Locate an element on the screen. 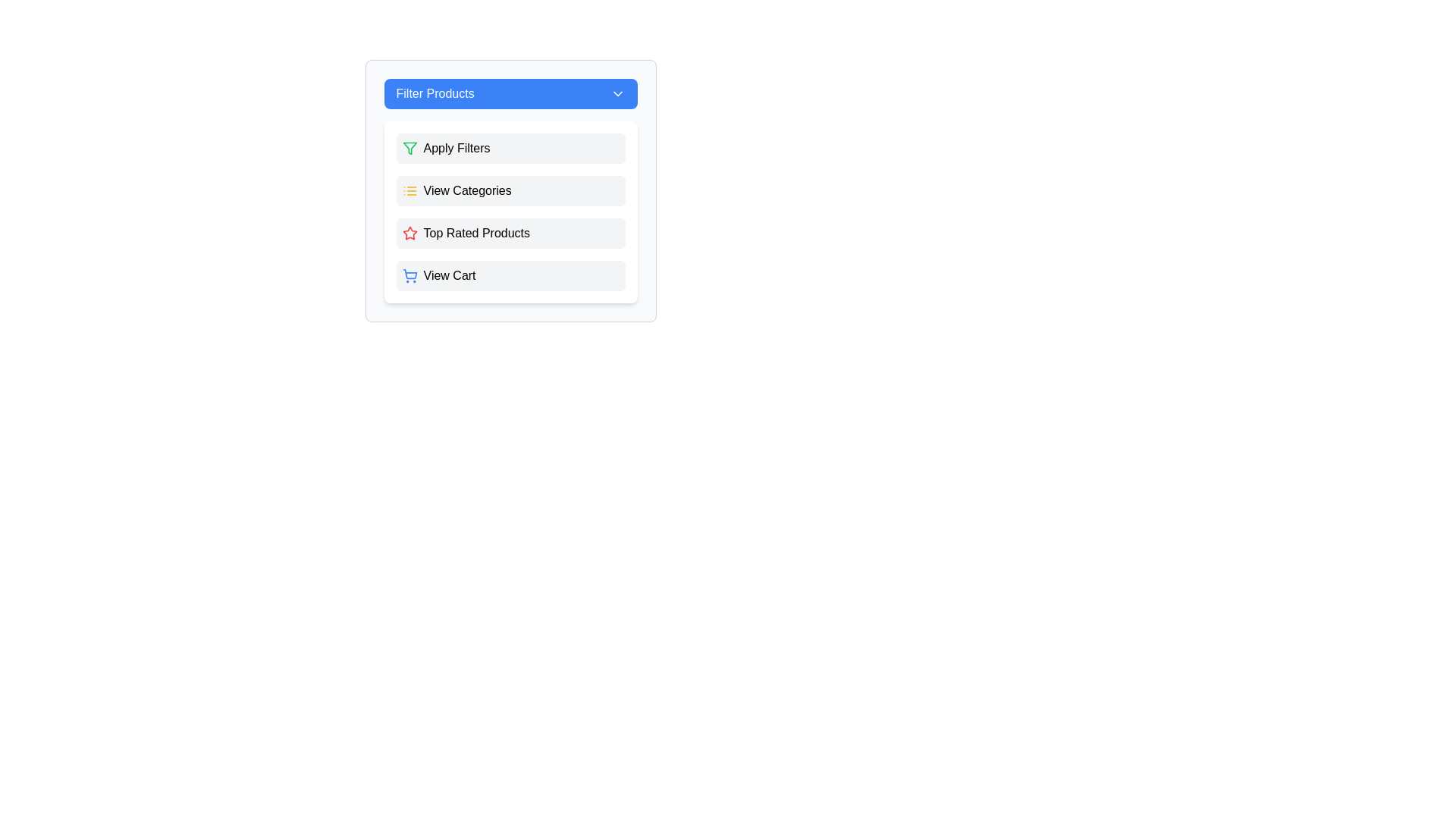 Image resolution: width=1456 pixels, height=819 pixels. the button located at the bottom of the vertical group of options is located at coordinates (510, 275).